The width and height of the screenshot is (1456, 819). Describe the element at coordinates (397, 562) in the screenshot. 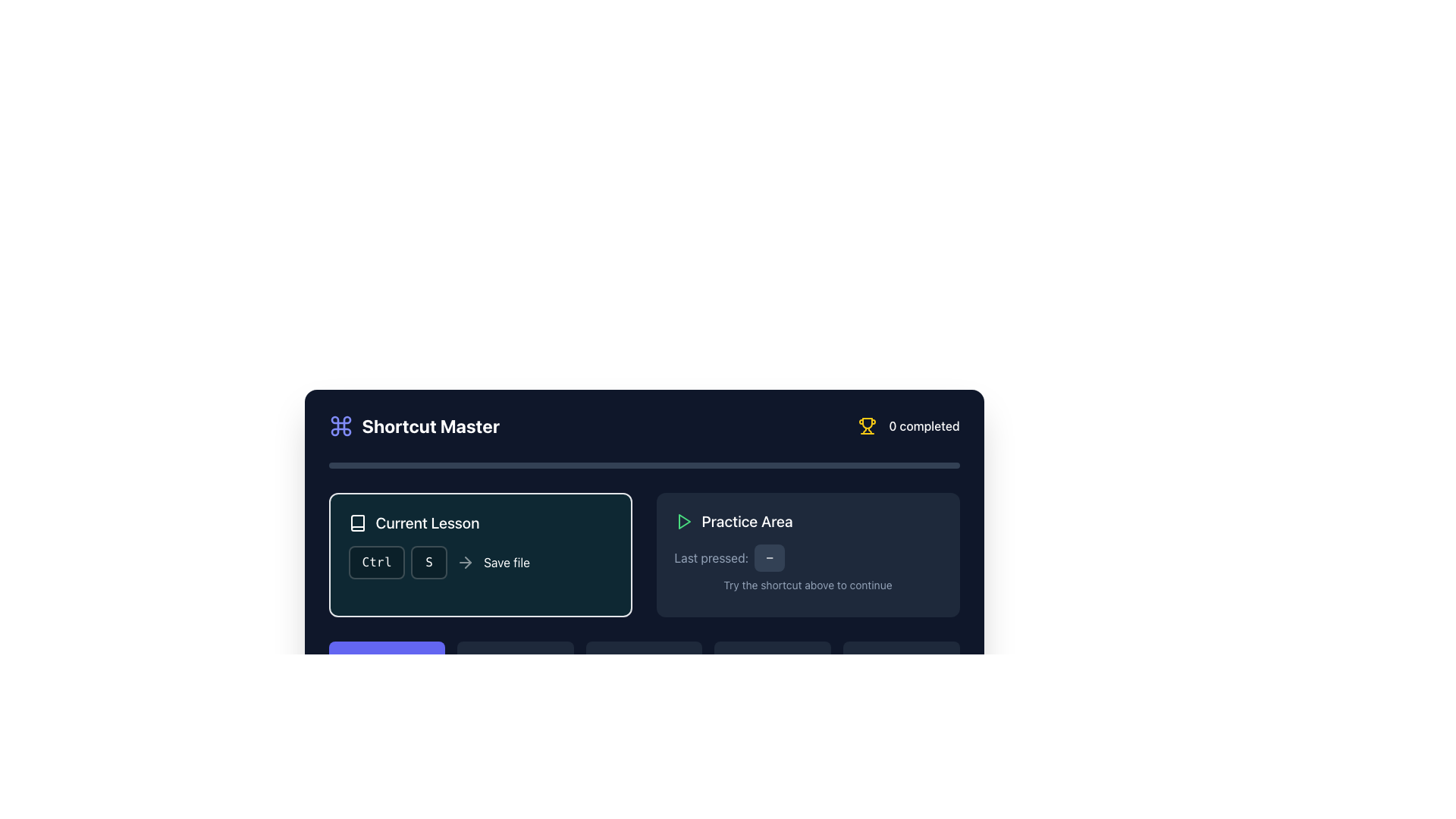

I see `text from the compact rectangular box labeled 'Ctrl S', which is styled to resemble keyboard keys and is located centrally within the 'Current Lesson' card` at that location.